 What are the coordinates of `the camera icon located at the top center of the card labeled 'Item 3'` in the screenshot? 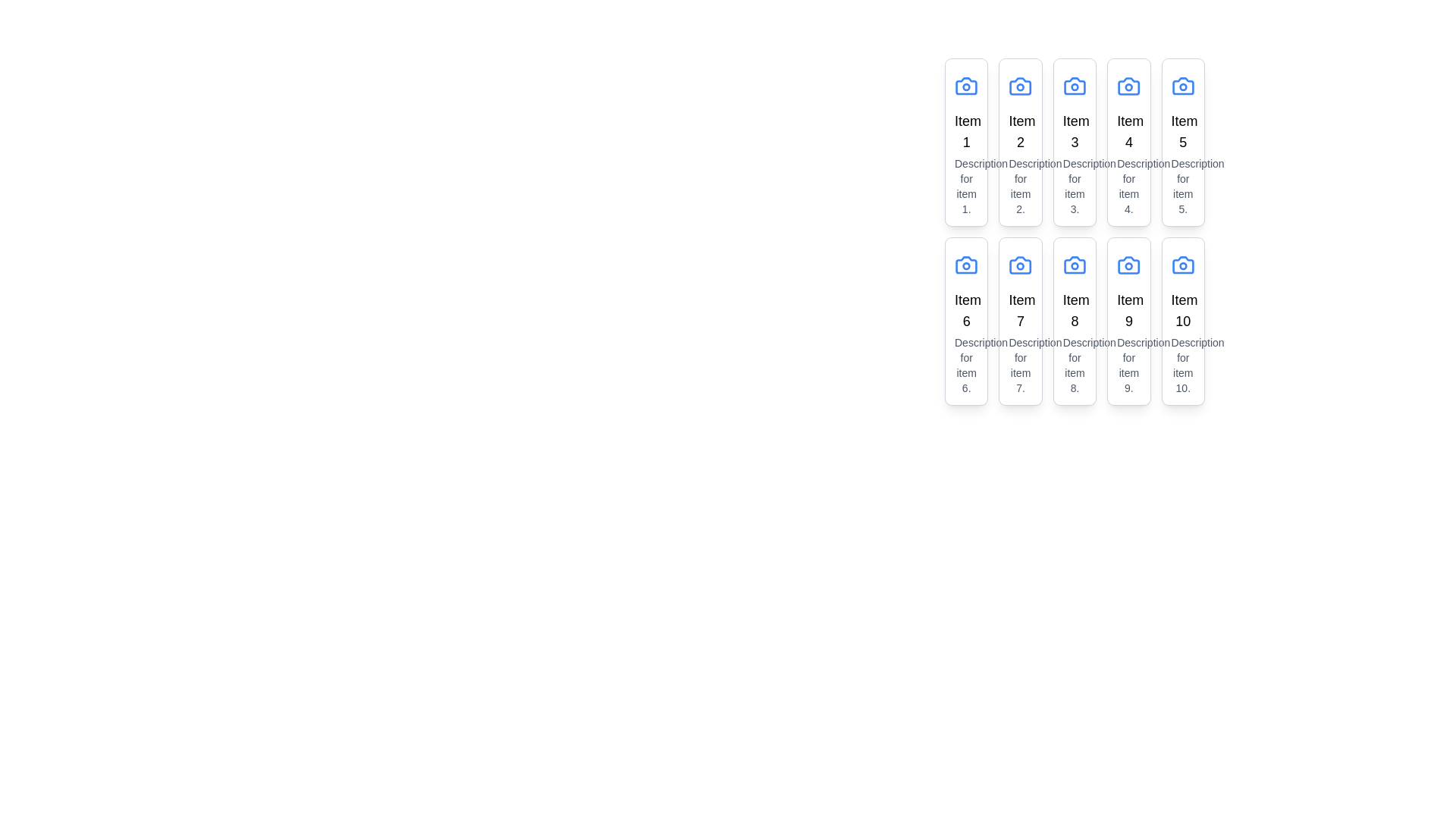 It's located at (1074, 86).